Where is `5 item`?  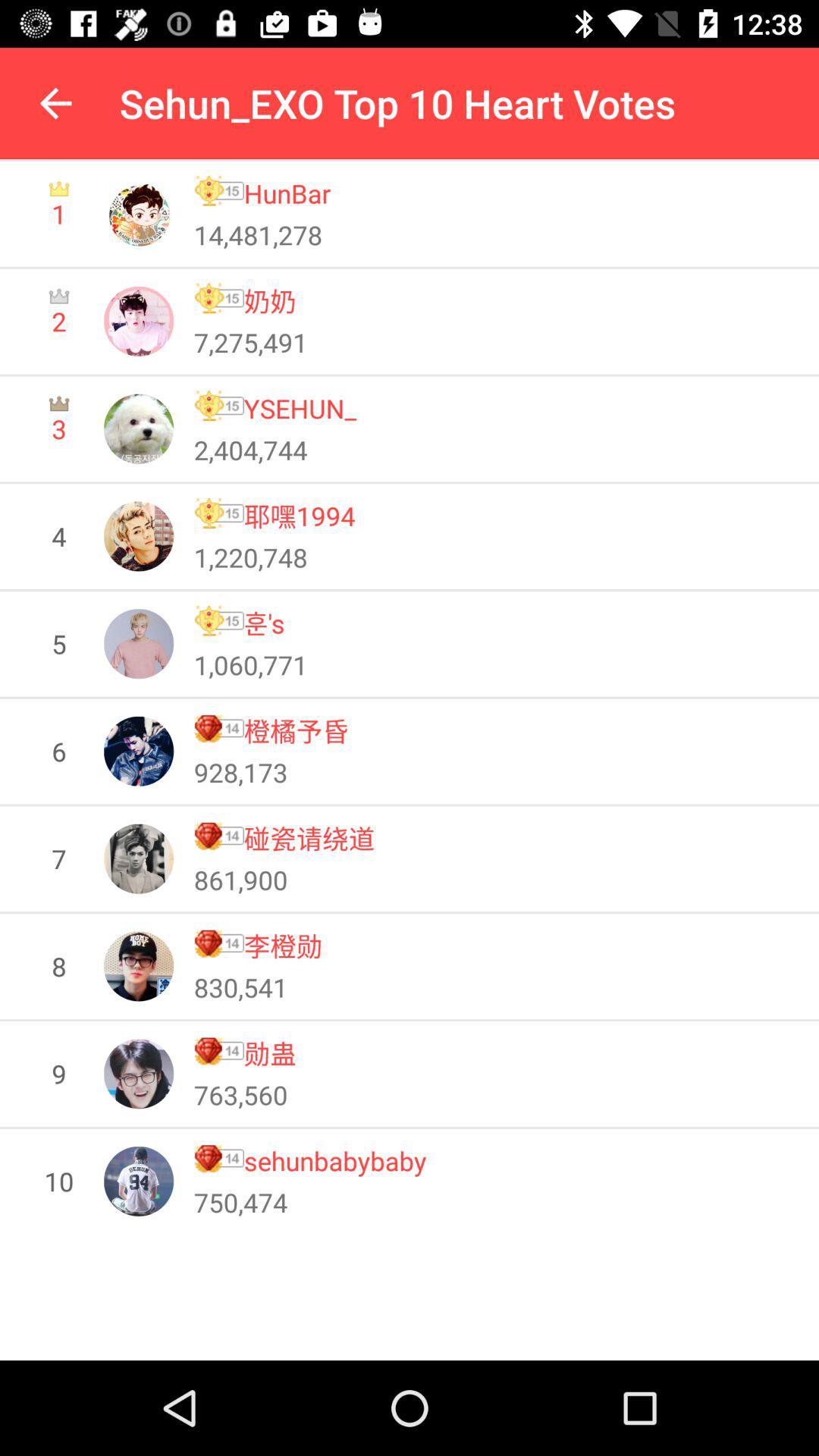
5 item is located at coordinates (58, 644).